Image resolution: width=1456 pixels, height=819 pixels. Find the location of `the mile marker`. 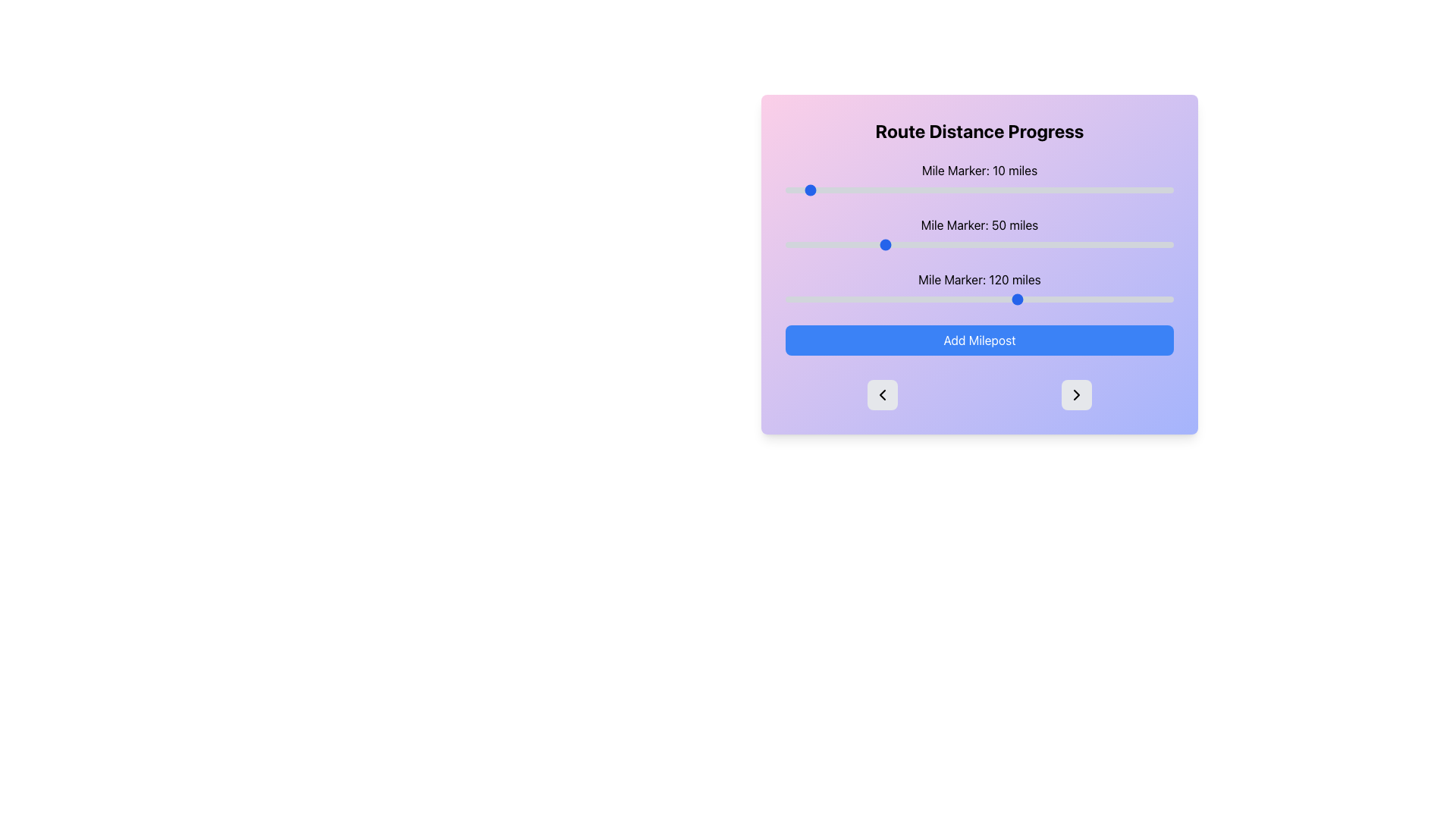

the mile marker is located at coordinates (948, 299).